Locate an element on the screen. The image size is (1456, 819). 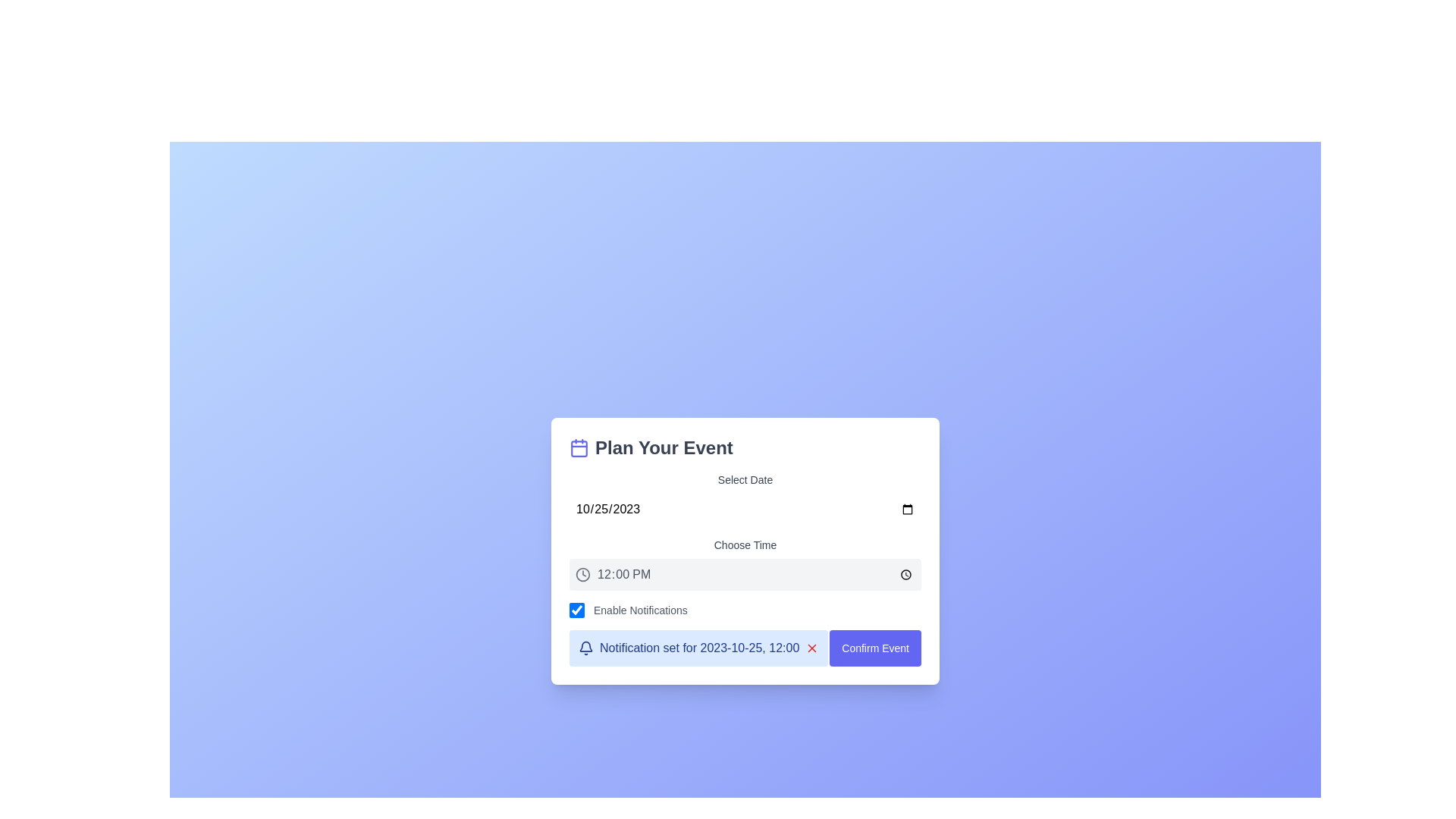
the close icon on the notification bar is located at coordinates (811, 648).